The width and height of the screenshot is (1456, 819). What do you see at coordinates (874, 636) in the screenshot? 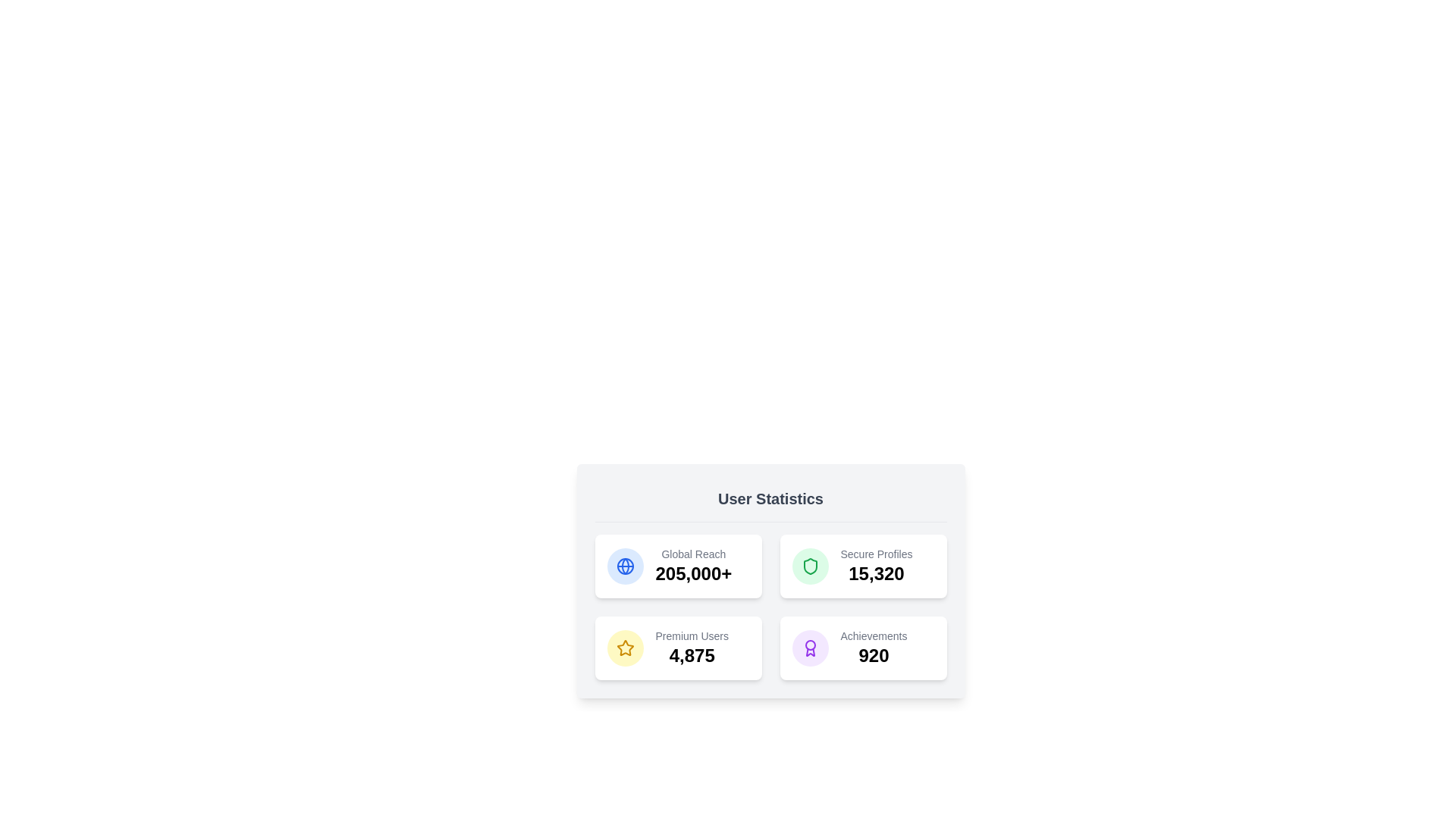
I see `text label displaying 'Achievements' located above the bold numerical value '920' within the lower-right card of a grid` at bounding box center [874, 636].